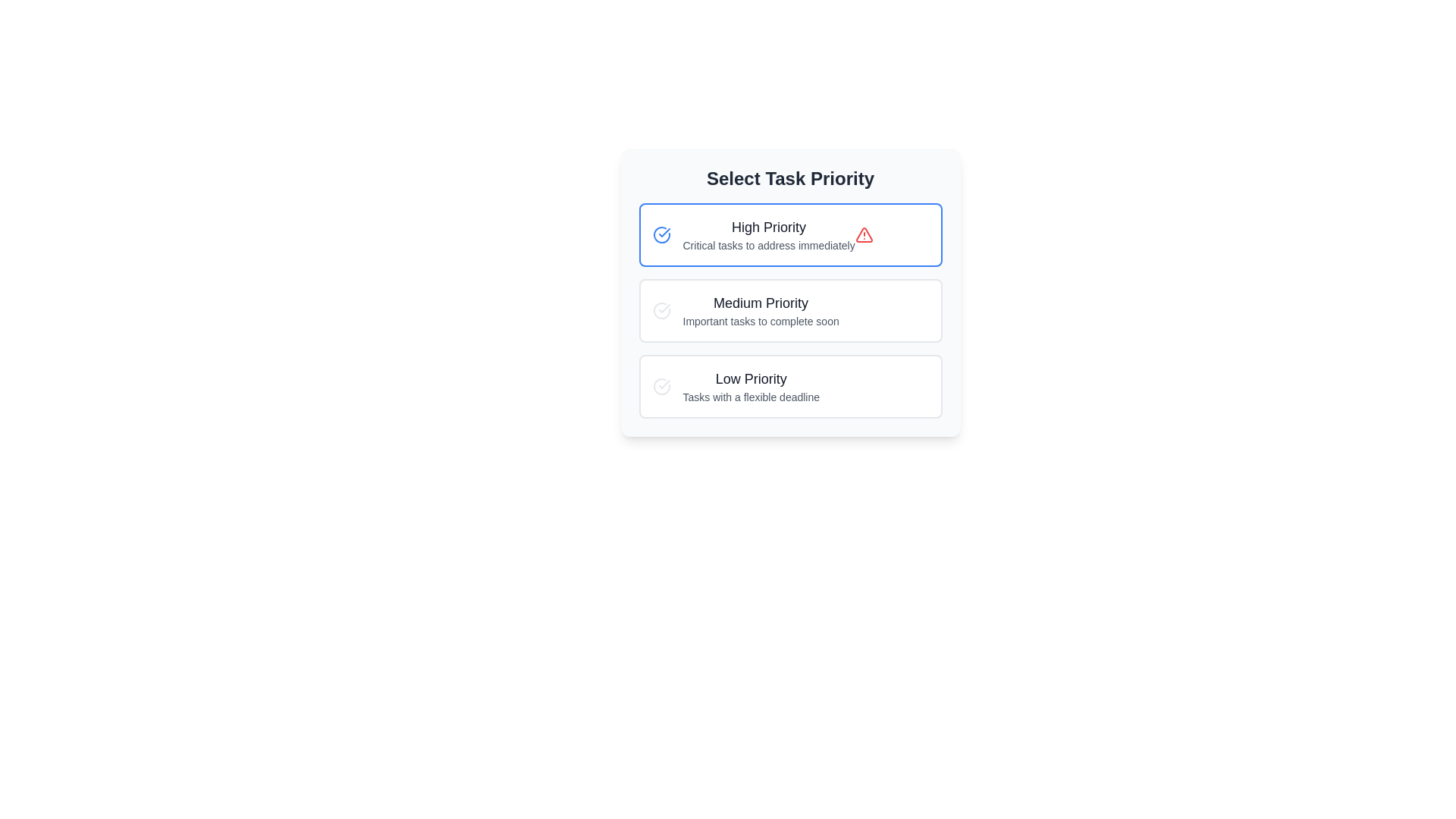  What do you see at coordinates (736, 385) in the screenshot?
I see `the 'Low Priority' selectable card option in the task priority selection interface, which features a light gray circular checkmark icon and bold text reading 'Low Priority'` at bounding box center [736, 385].